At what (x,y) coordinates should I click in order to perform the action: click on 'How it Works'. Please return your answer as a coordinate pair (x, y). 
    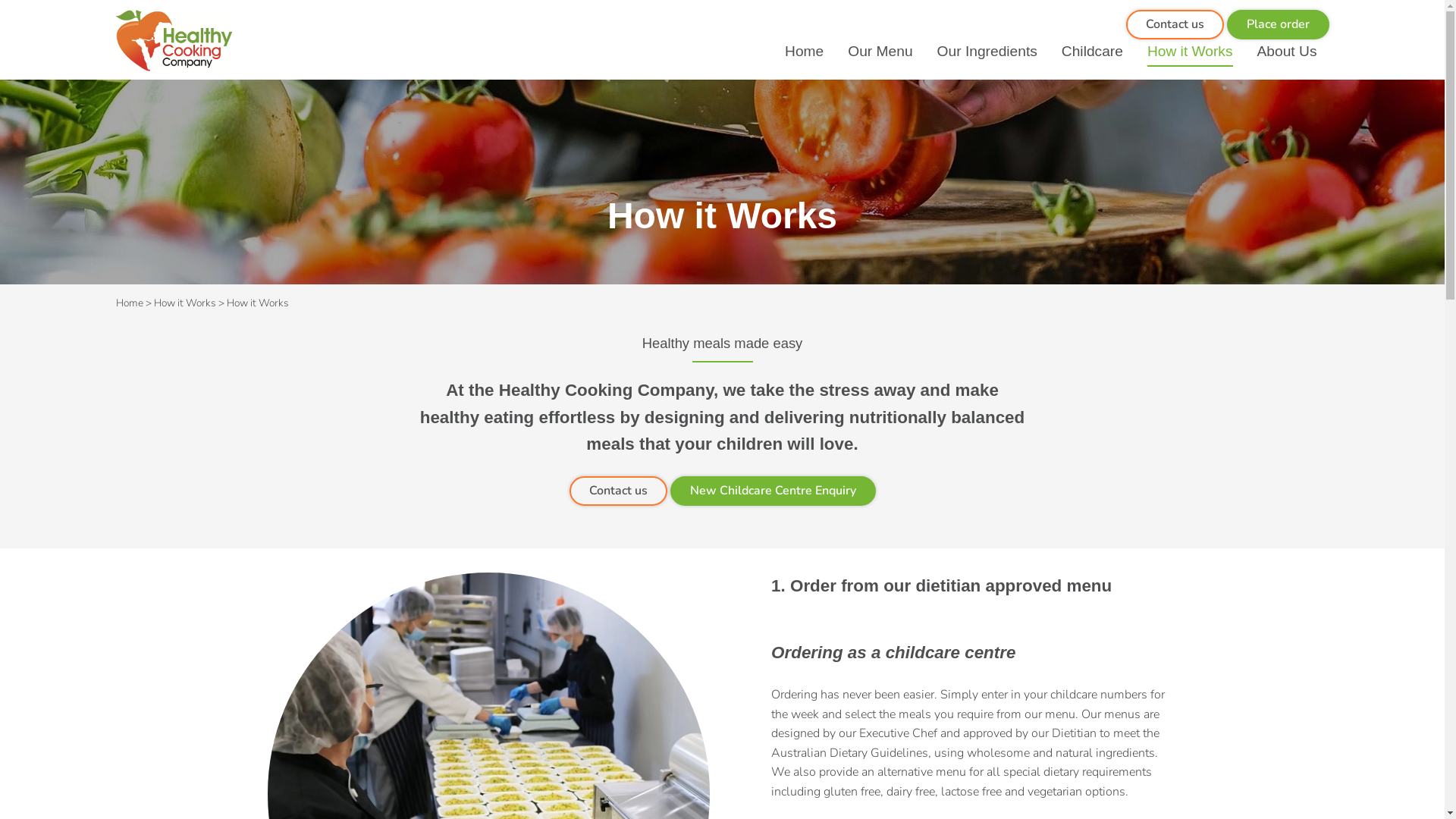
    Looking at the image, I should click on (1189, 51).